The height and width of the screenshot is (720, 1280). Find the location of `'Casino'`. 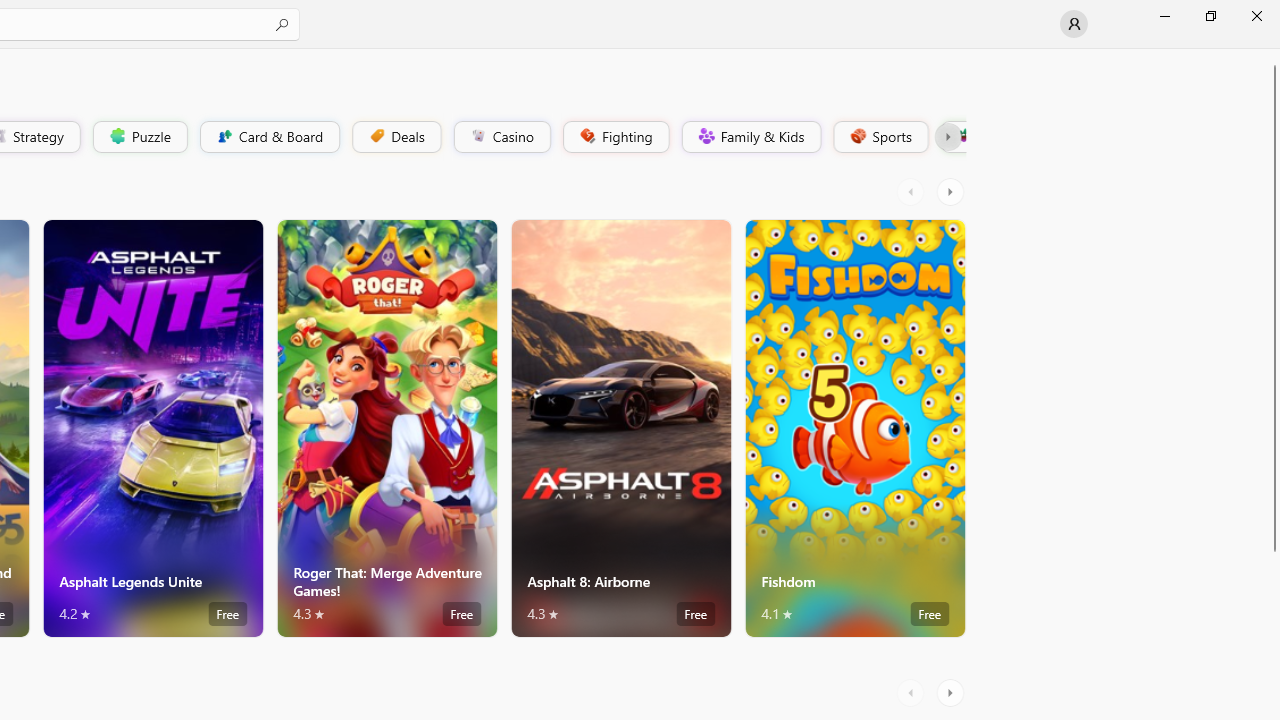

'Casino' is located at coordinates (501, 135).